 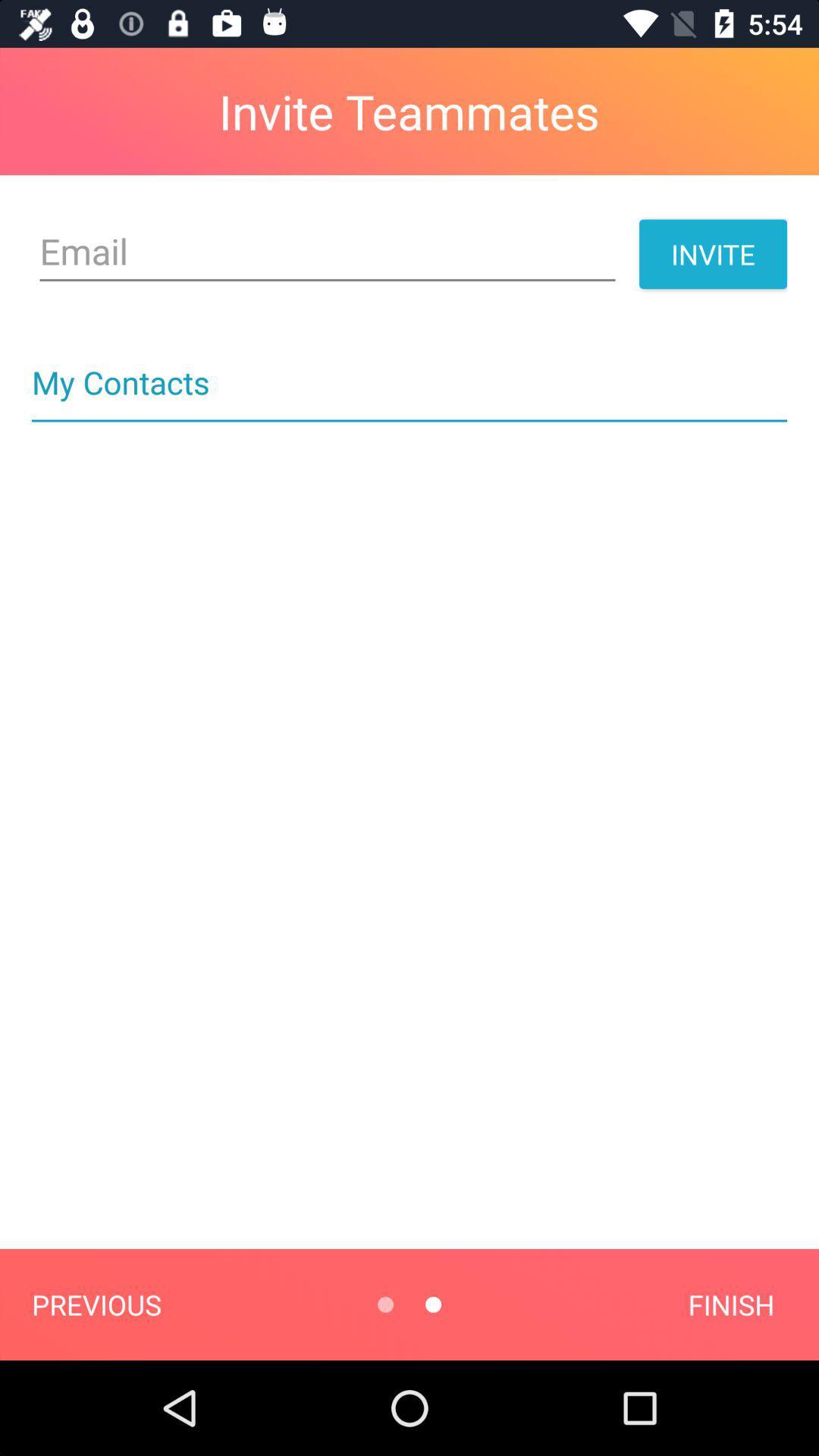 I want to click on the icon above the previous item, so click(x=409, y=421).